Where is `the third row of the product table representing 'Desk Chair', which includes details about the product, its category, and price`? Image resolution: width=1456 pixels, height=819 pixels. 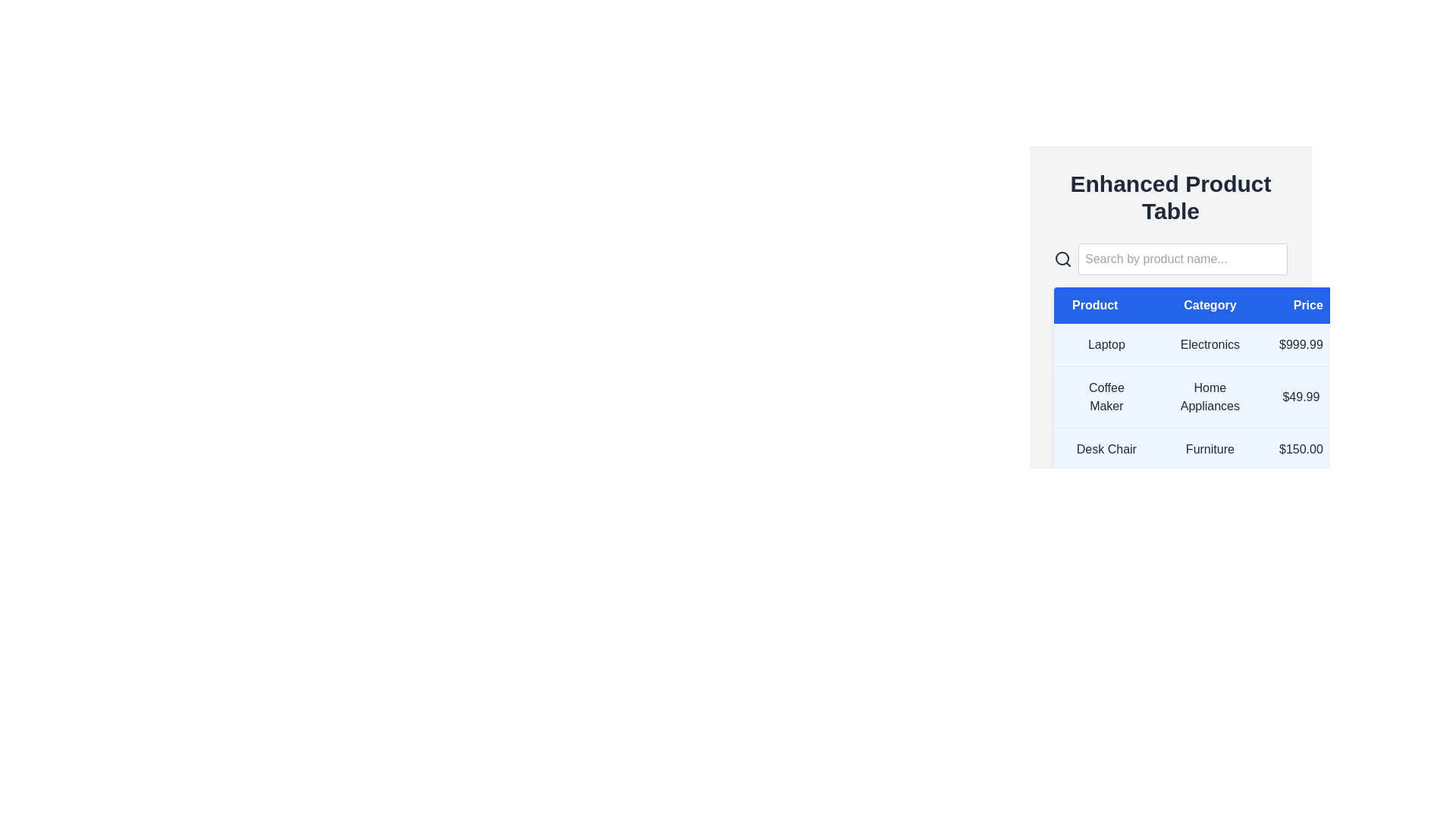
the third row of the product table representing 'Desk Chair', which includes details about the product, its category, and price is located at coordinates (1197, 449).